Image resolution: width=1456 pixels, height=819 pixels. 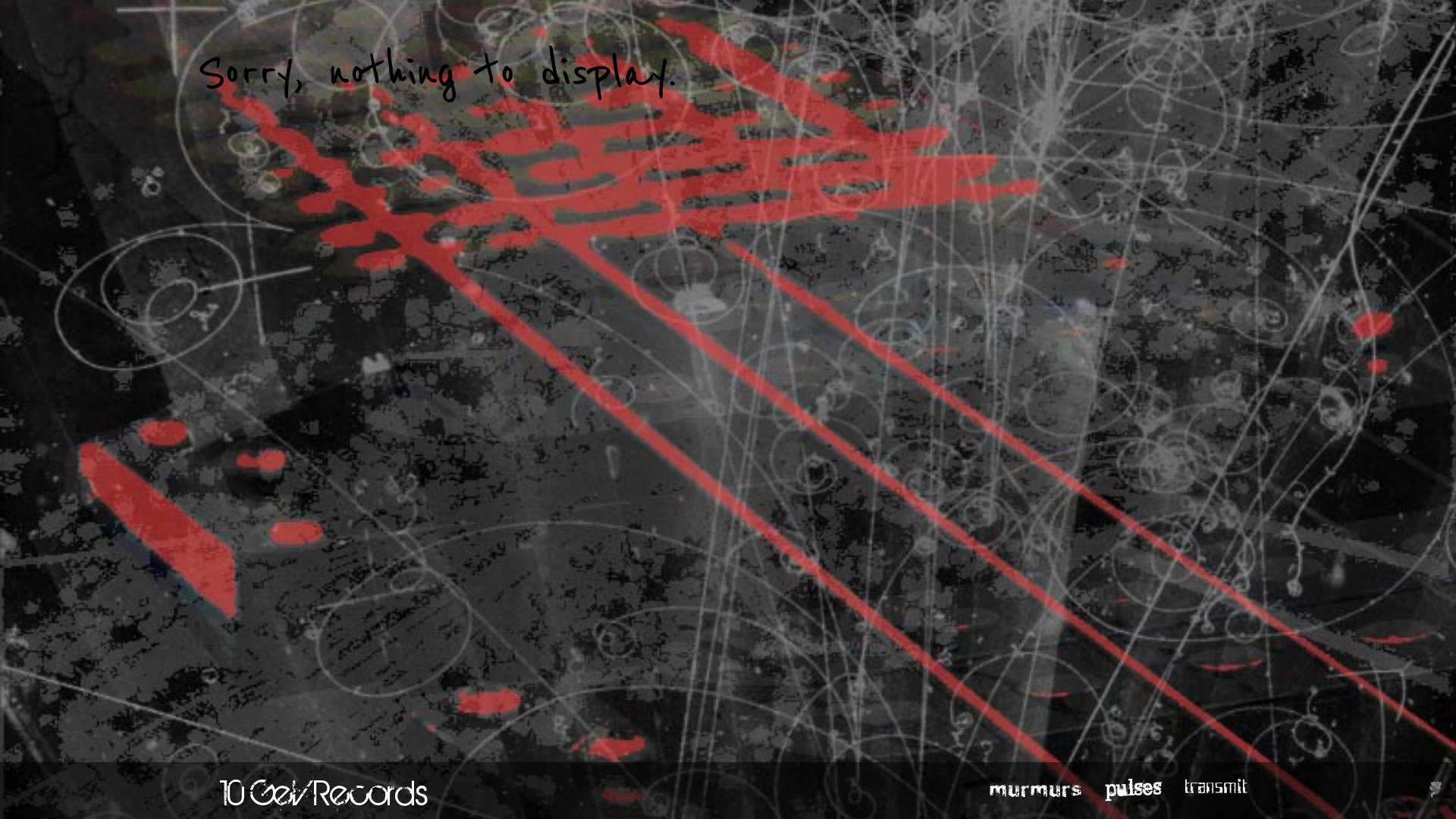 I want to click on '10 GeV Records', so click(x=323, y=792).